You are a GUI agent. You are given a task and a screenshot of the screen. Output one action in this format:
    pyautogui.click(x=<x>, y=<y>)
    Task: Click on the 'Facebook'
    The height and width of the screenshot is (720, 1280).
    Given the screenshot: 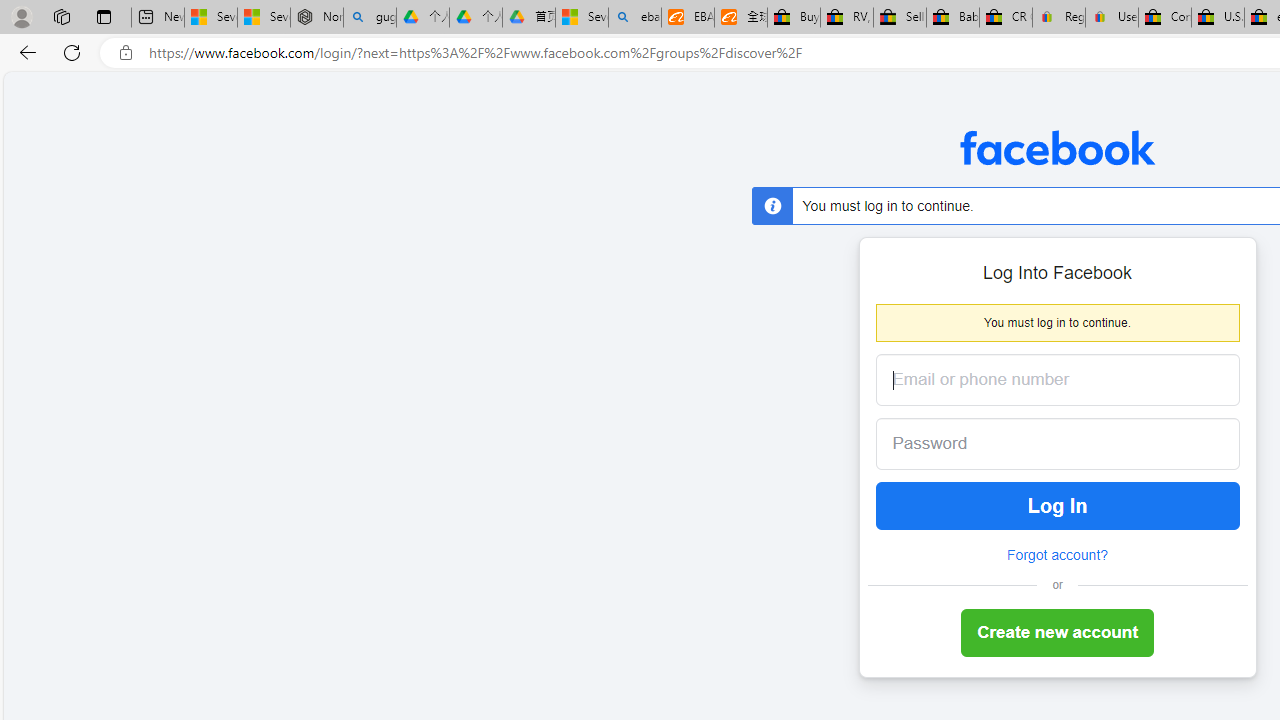 What is the action you would take?
    pyautogui.click(x=1056, y=146)
    